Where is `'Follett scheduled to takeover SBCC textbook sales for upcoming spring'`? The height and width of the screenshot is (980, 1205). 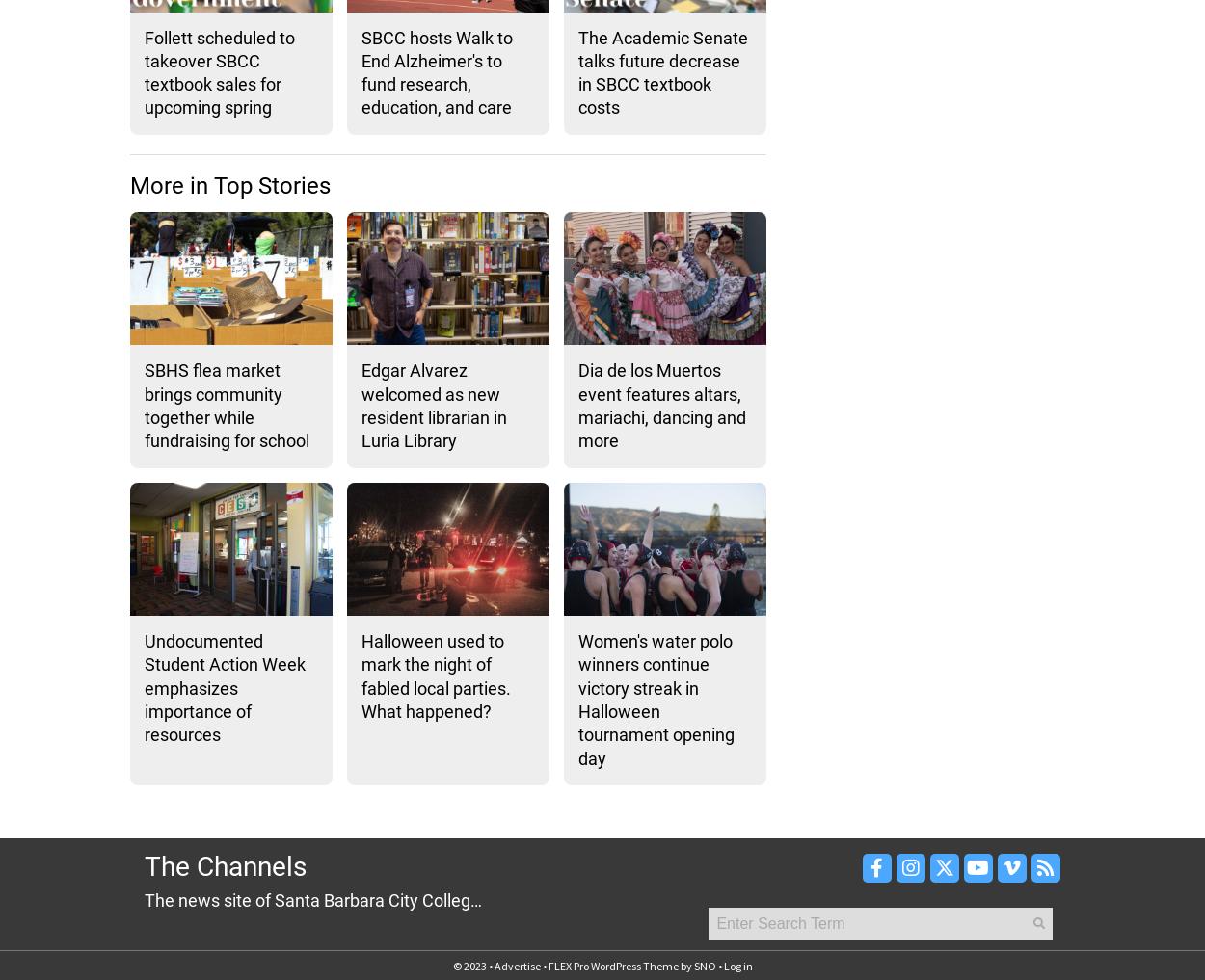
'Follett scheduled to takeover SBCC textbook sales for upcoming spring' is located at coordinates (219, 71).